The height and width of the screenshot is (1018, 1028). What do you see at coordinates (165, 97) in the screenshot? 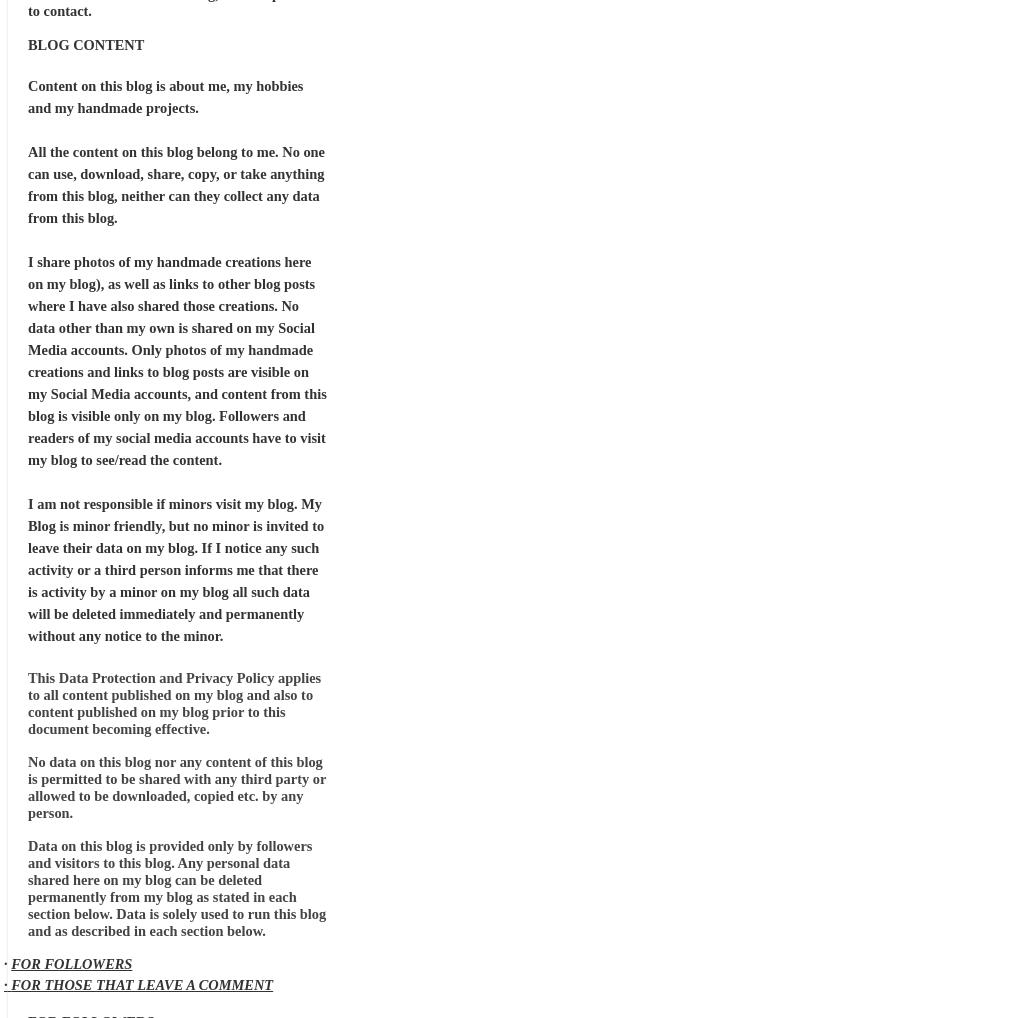
I see `'Content on this blog is about me, my hobbies and my handmade projects.'` at bounding box center [165, 97].